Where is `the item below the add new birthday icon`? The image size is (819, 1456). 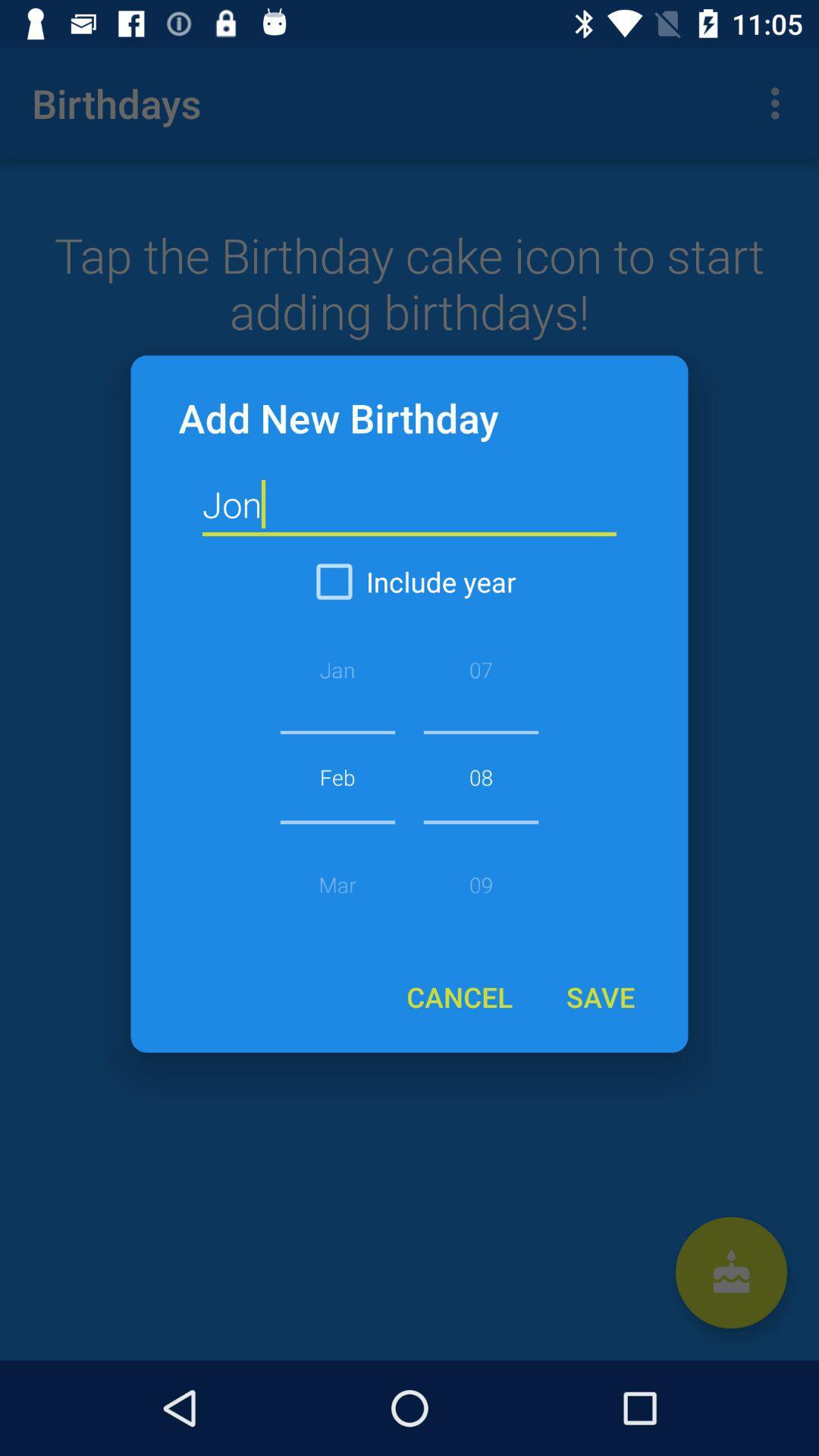 the item below the add new birthday icon is located at coordinates (409, 505).